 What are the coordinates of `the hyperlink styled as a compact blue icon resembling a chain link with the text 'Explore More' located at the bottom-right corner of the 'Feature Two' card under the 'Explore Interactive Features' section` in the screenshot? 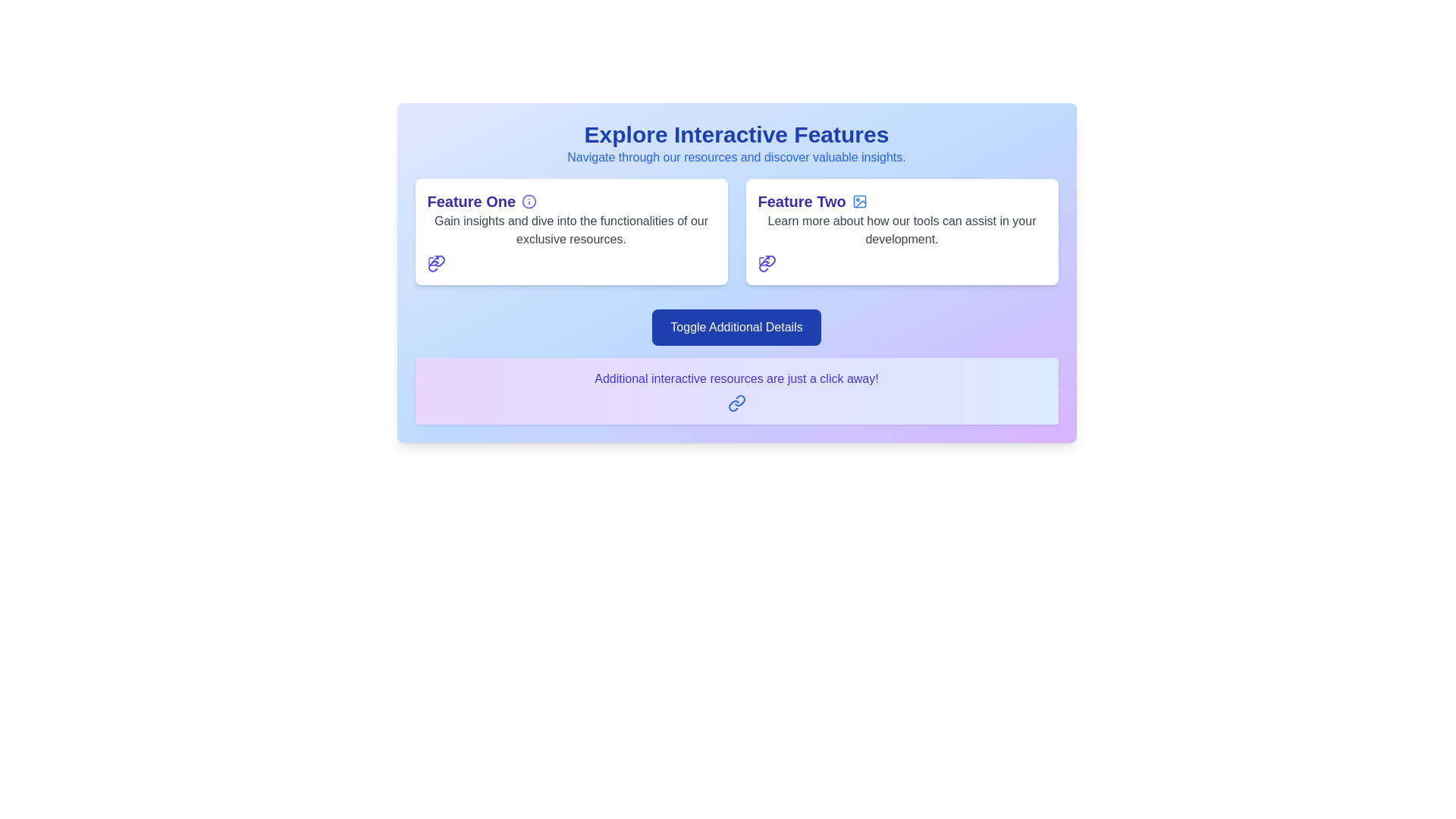 It's located at (767, 262).